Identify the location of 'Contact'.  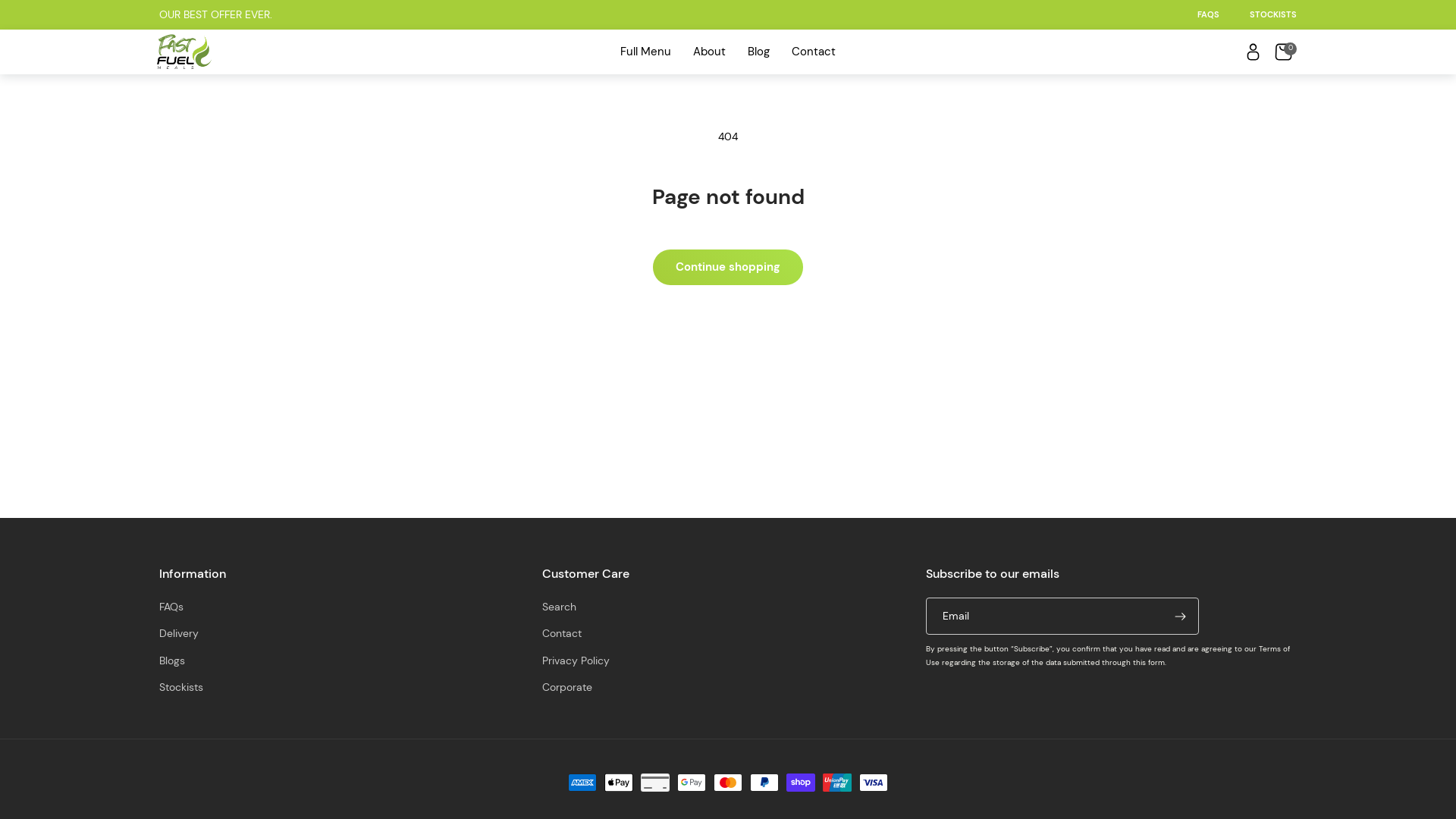
(812, 51).